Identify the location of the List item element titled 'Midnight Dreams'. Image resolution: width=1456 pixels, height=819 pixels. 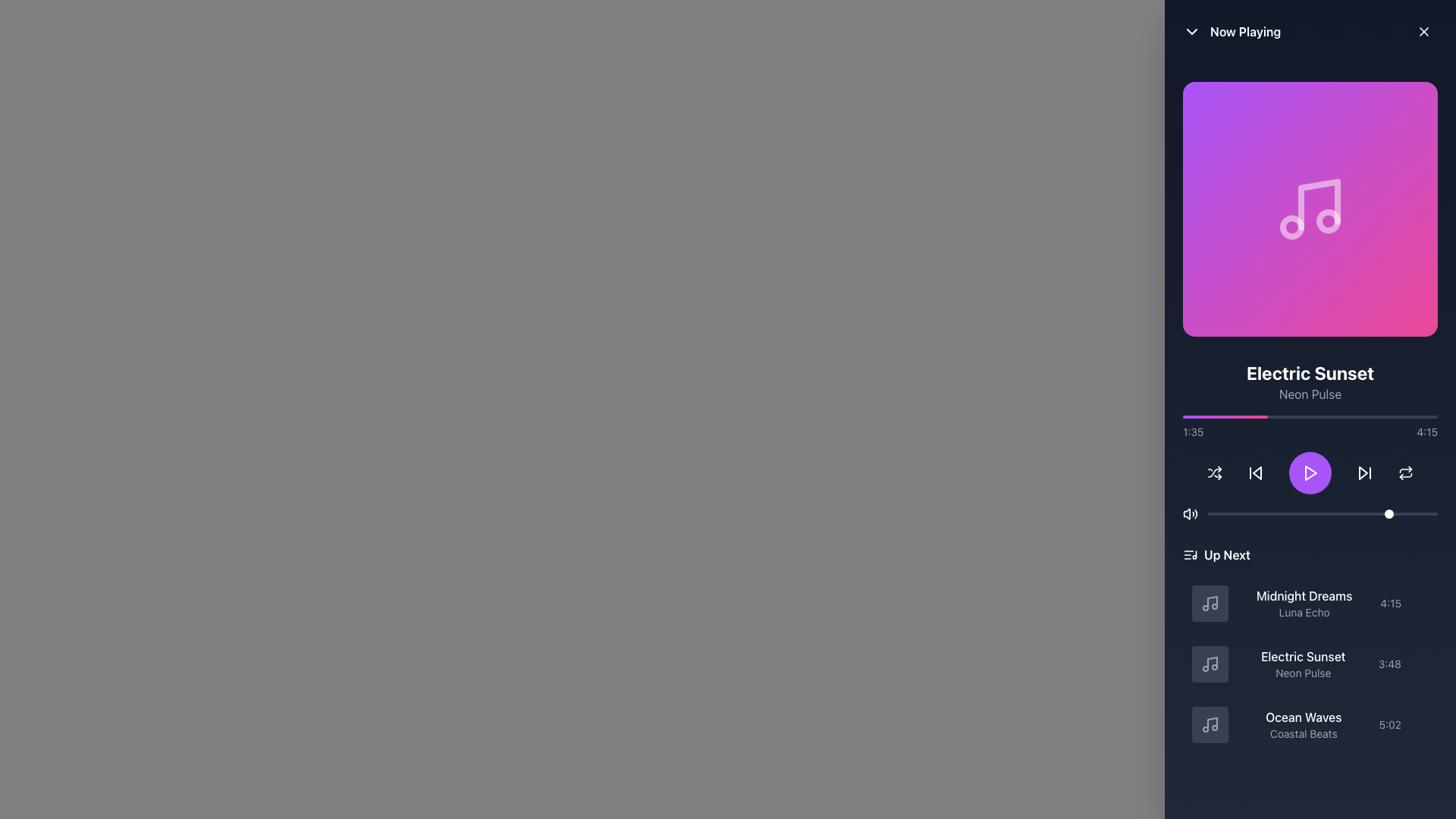
(1310, 602).